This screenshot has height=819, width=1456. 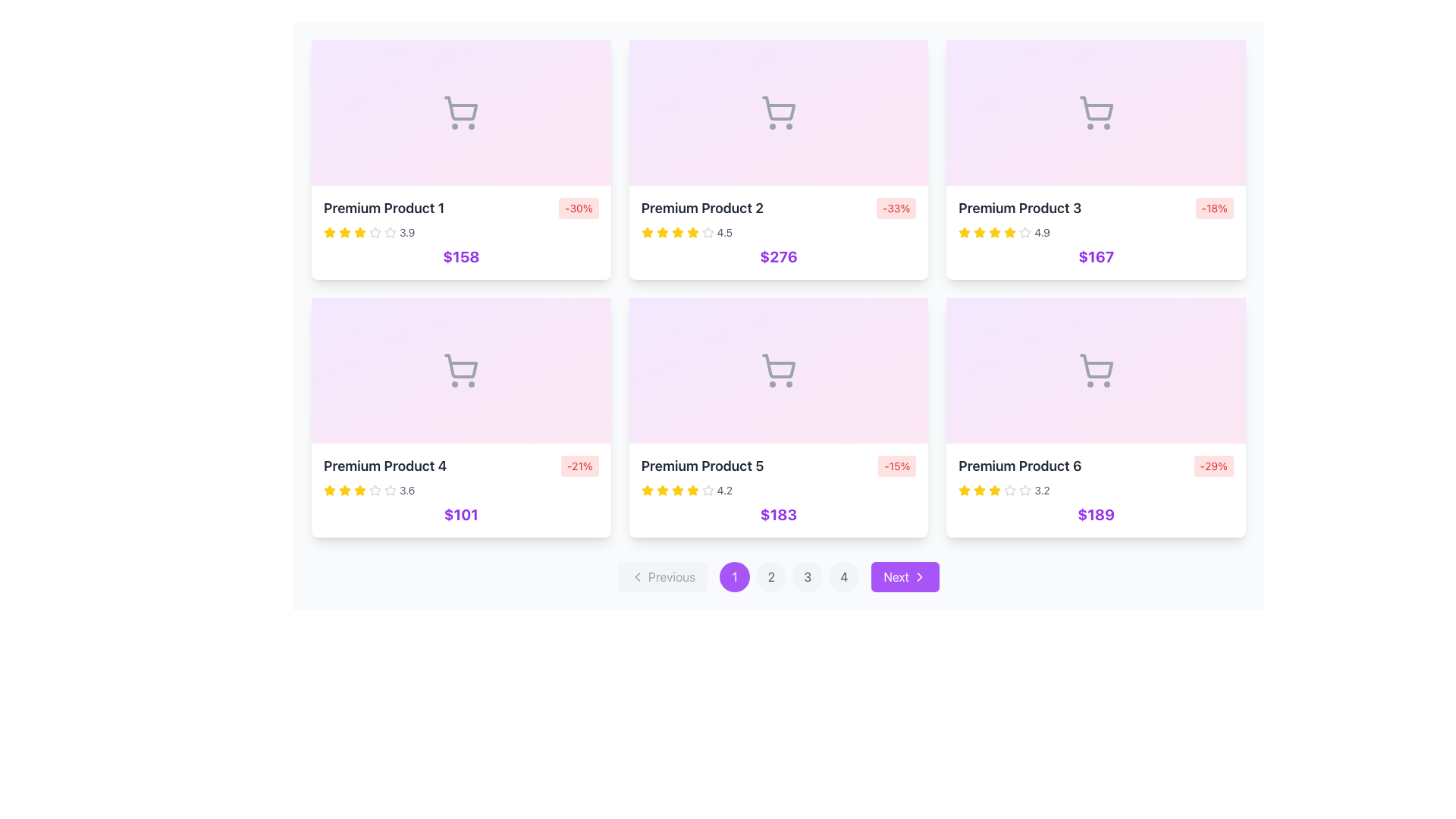 What do you see at coordinates (807, 576) in the screenshot?
I see `the circular button with a white background and a gray numeral '3' to change its appearance to purple` at bounding box center [807, 576].